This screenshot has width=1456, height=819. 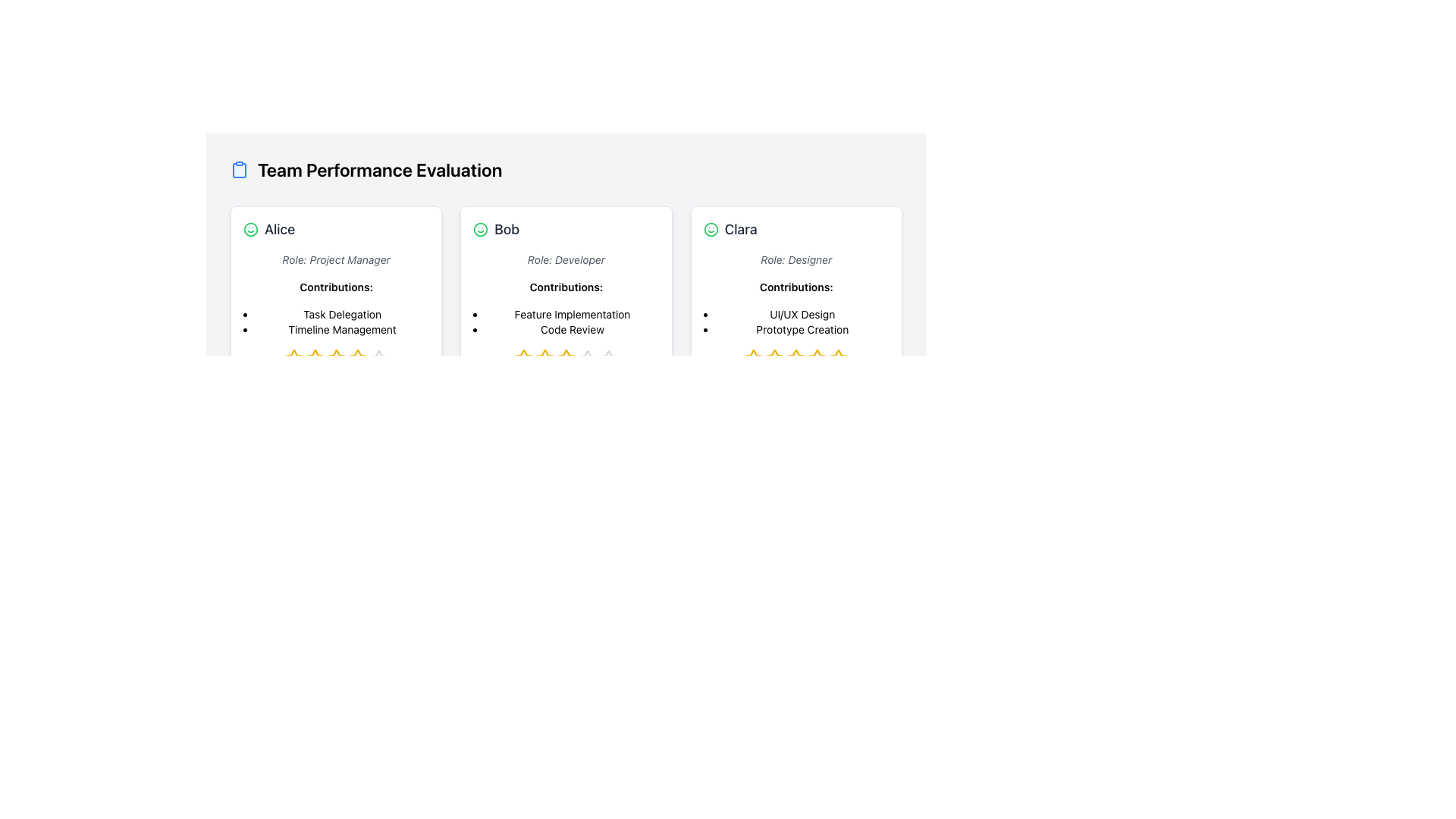 What do you see at coordinates (293, 359) in the screenshot?
I see `the first yellow star icon in the Team Performance Evaluation section of the Alice card for visual feedback` at bounding box center [293, 359].